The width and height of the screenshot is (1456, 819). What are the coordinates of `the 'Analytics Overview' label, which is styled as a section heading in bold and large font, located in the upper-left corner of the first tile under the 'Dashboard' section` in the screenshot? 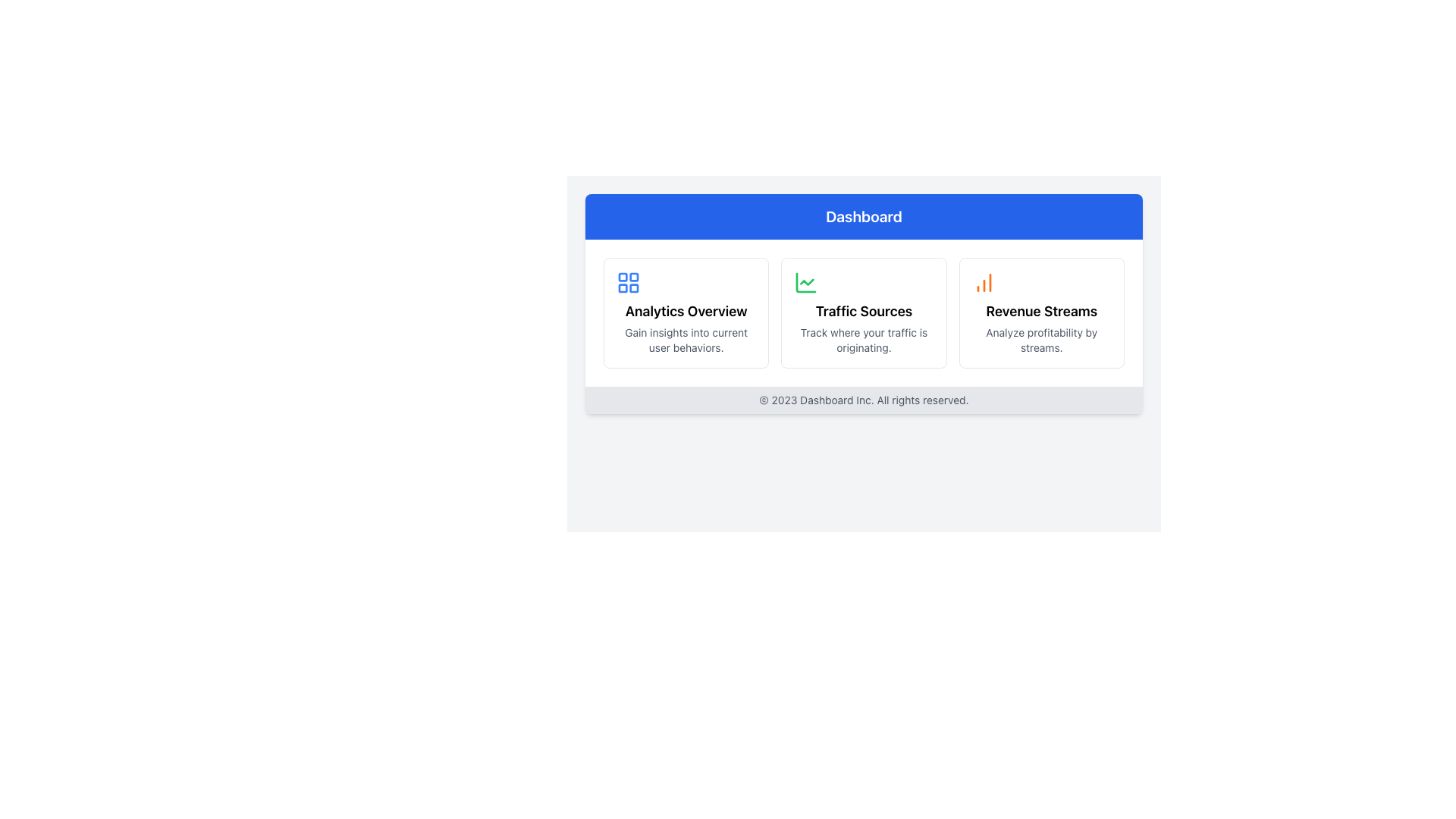 It's located at (686, 311).